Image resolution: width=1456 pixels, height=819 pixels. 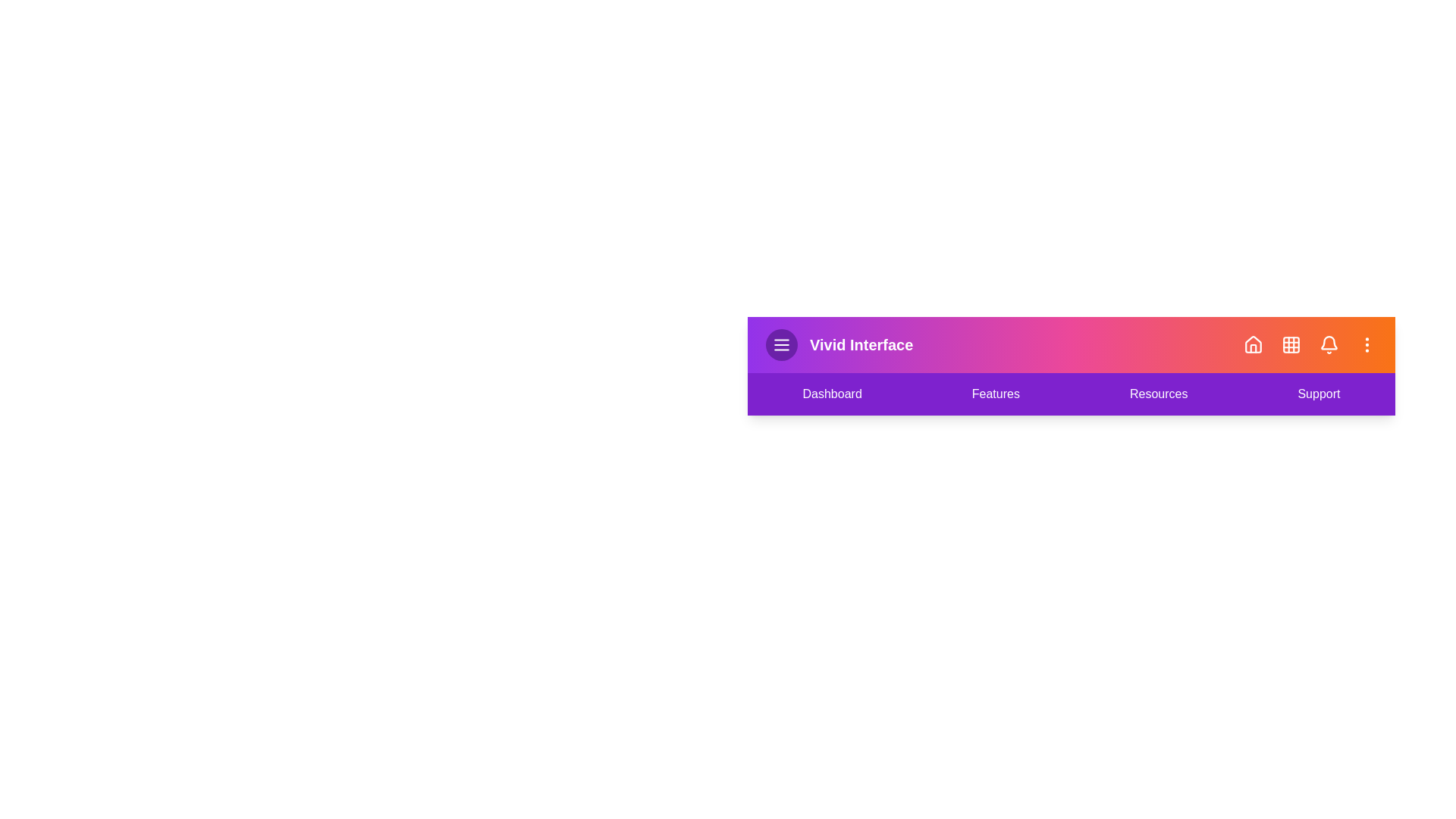 I want to click on the Resources navigation link, so click(x=1158, y=394).